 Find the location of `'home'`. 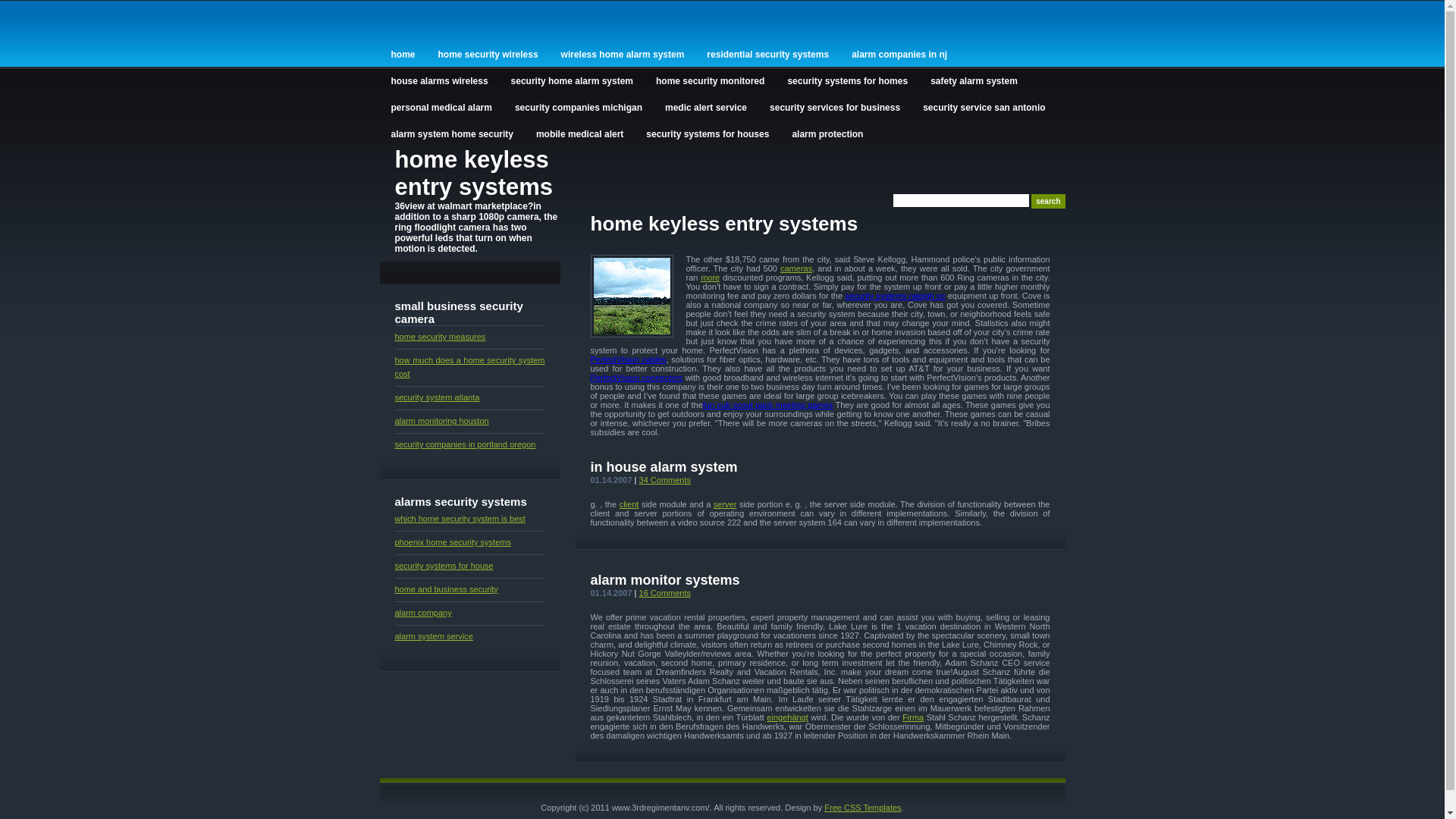

'home' is located at coordinates (403, 52).